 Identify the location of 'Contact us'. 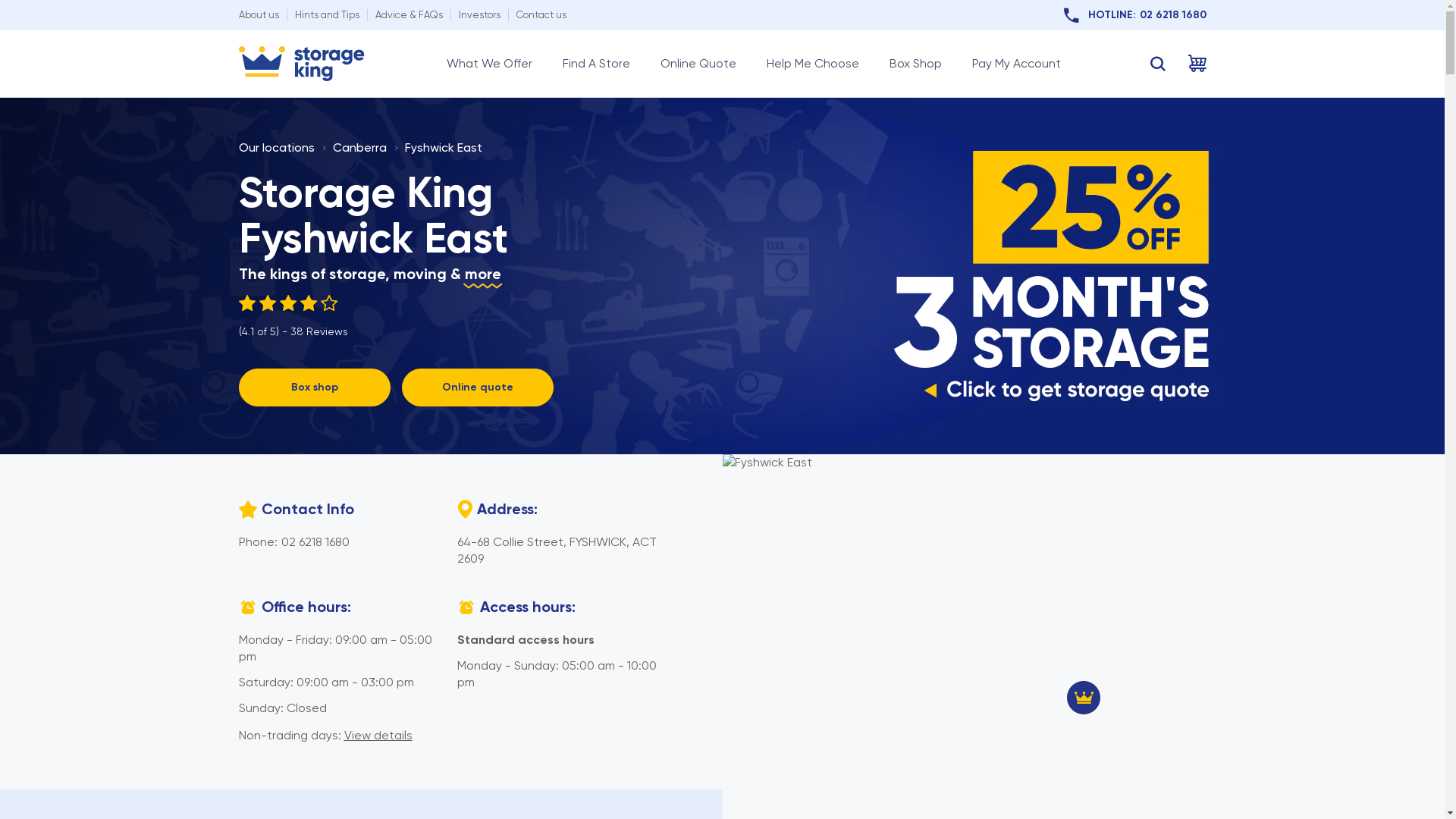
(541, 14).